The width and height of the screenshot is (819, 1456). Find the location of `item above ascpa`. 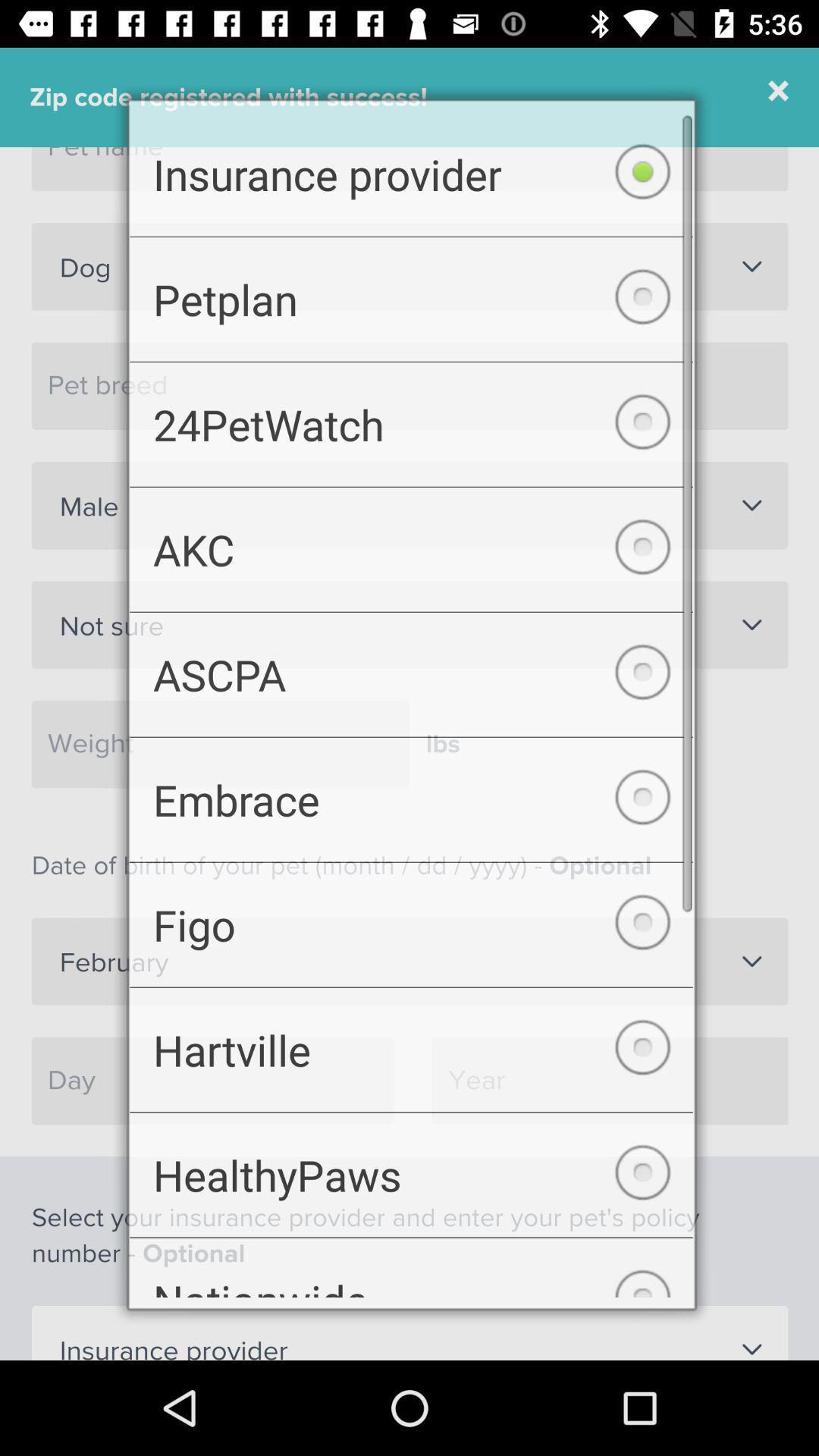

item above ascpa is located at coordinates (411, 545).